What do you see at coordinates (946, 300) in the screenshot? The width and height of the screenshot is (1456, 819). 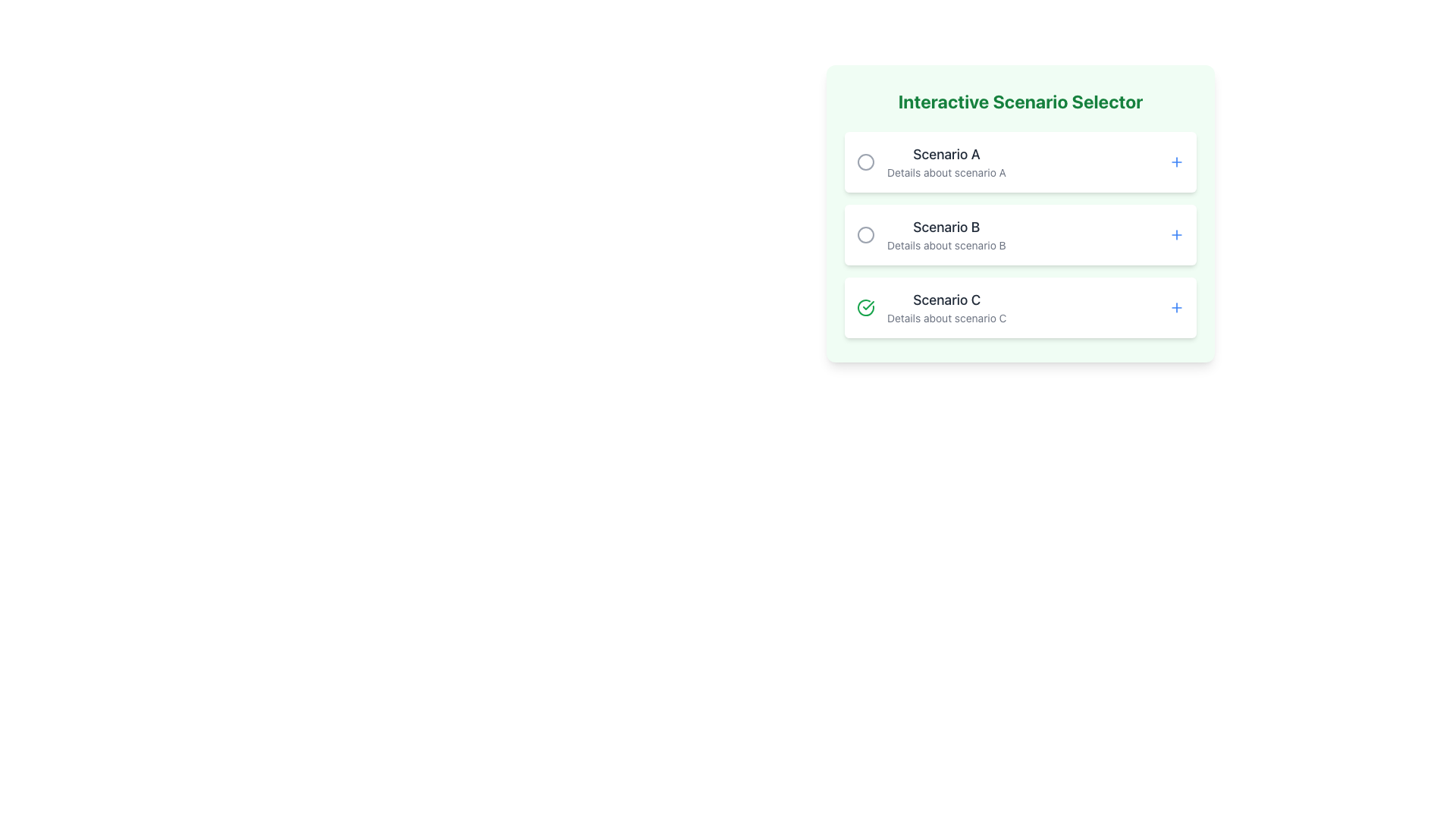 I see `the title text of the third item in the 'Interactive Scenario Selector' section, which appears directly above the description text 'Details about scenario C.'` at bounding box center [946, 300].